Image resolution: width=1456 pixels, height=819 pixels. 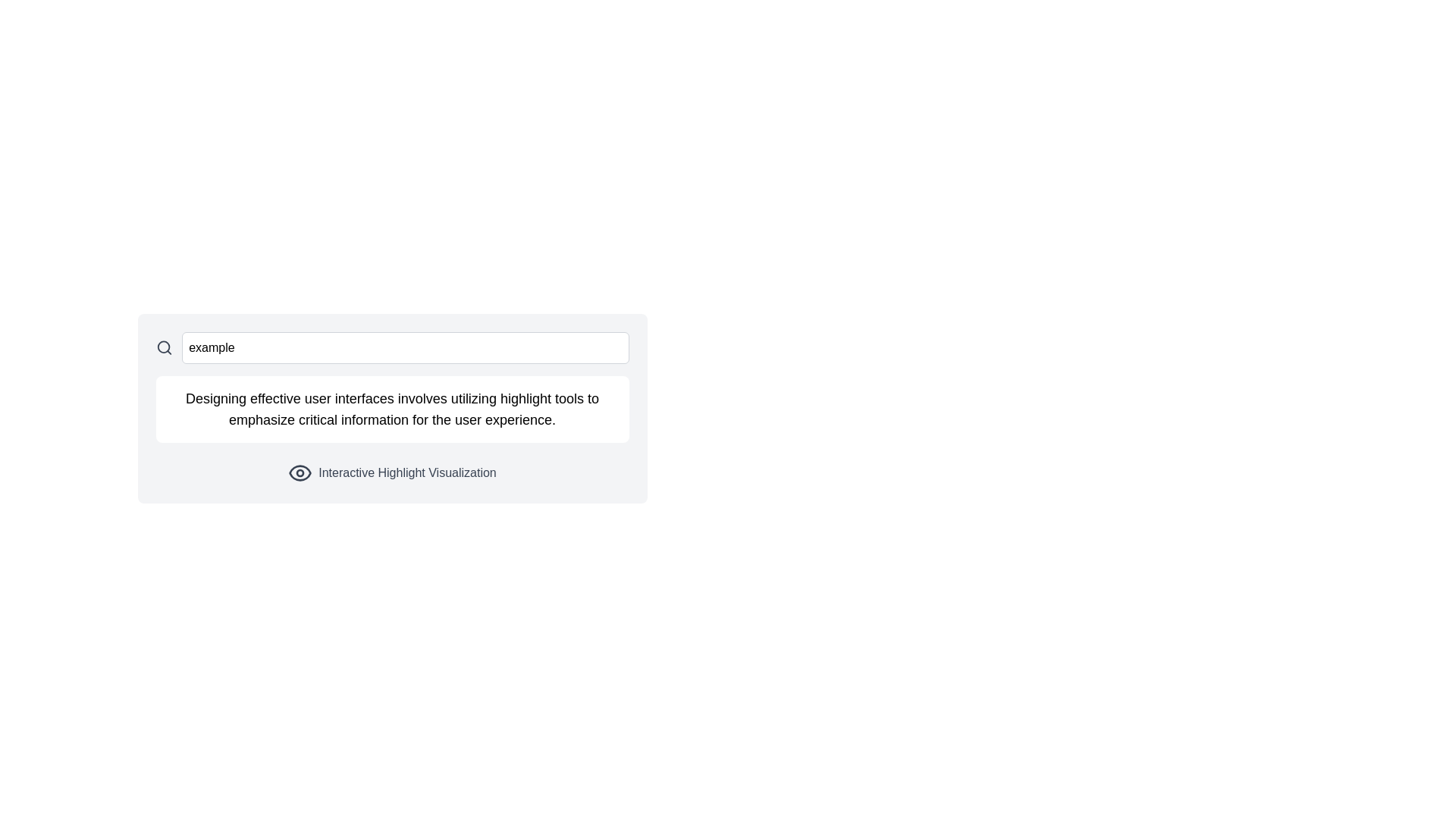 What do you see at coordinates (163, 347) in the screenshot?
I see `the central circular part of the magnifying glass search icon, which is part of the visual representation located at the left end of the search input field` at bounding box center [163, 347].